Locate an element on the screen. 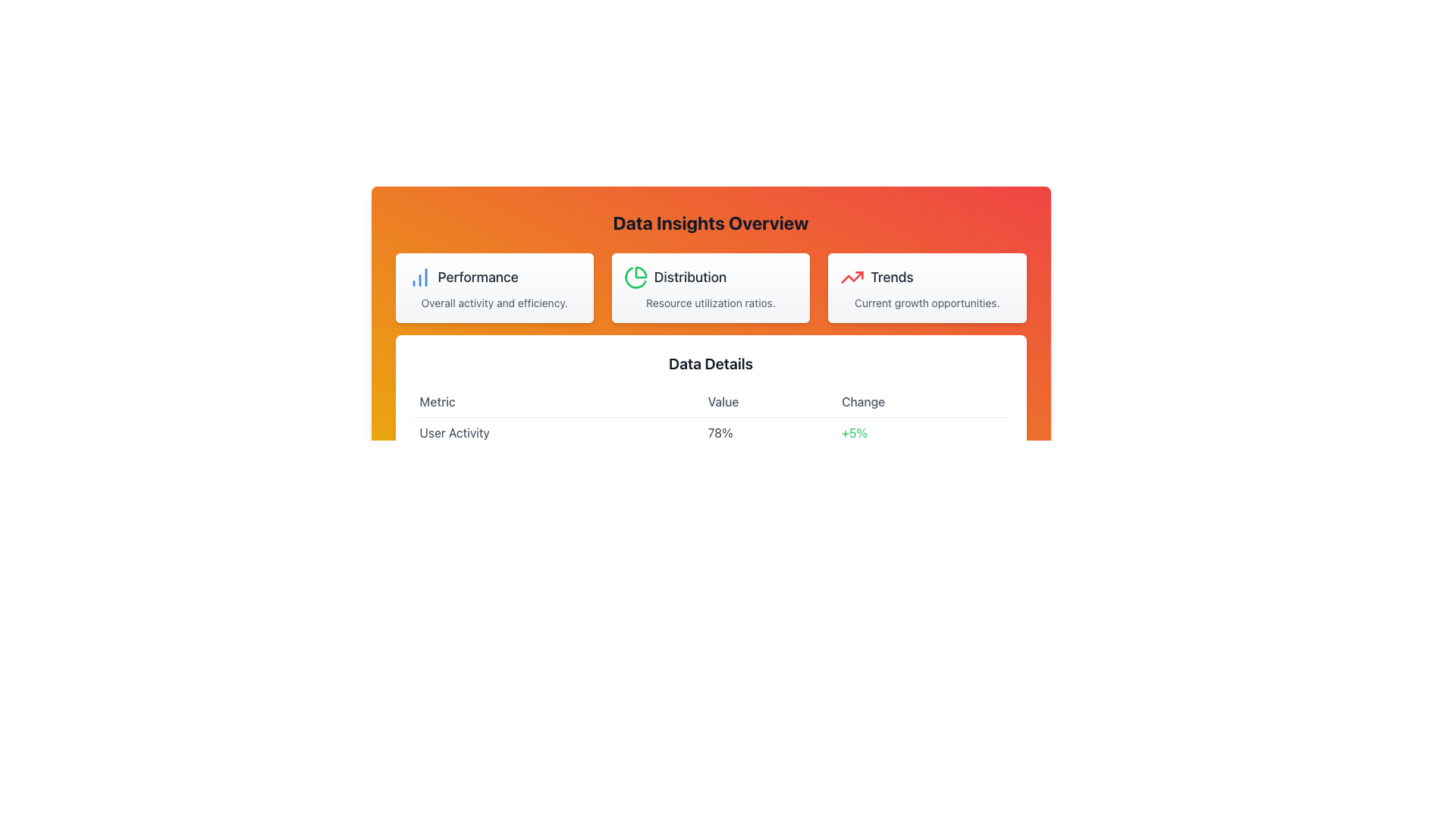 The width and height of the screenshot is (1456, 819). the title label that summarizes the content of the data insights overview section, positioned centrally at the top of the highlighted orange section is located at coordinates (710, 222).